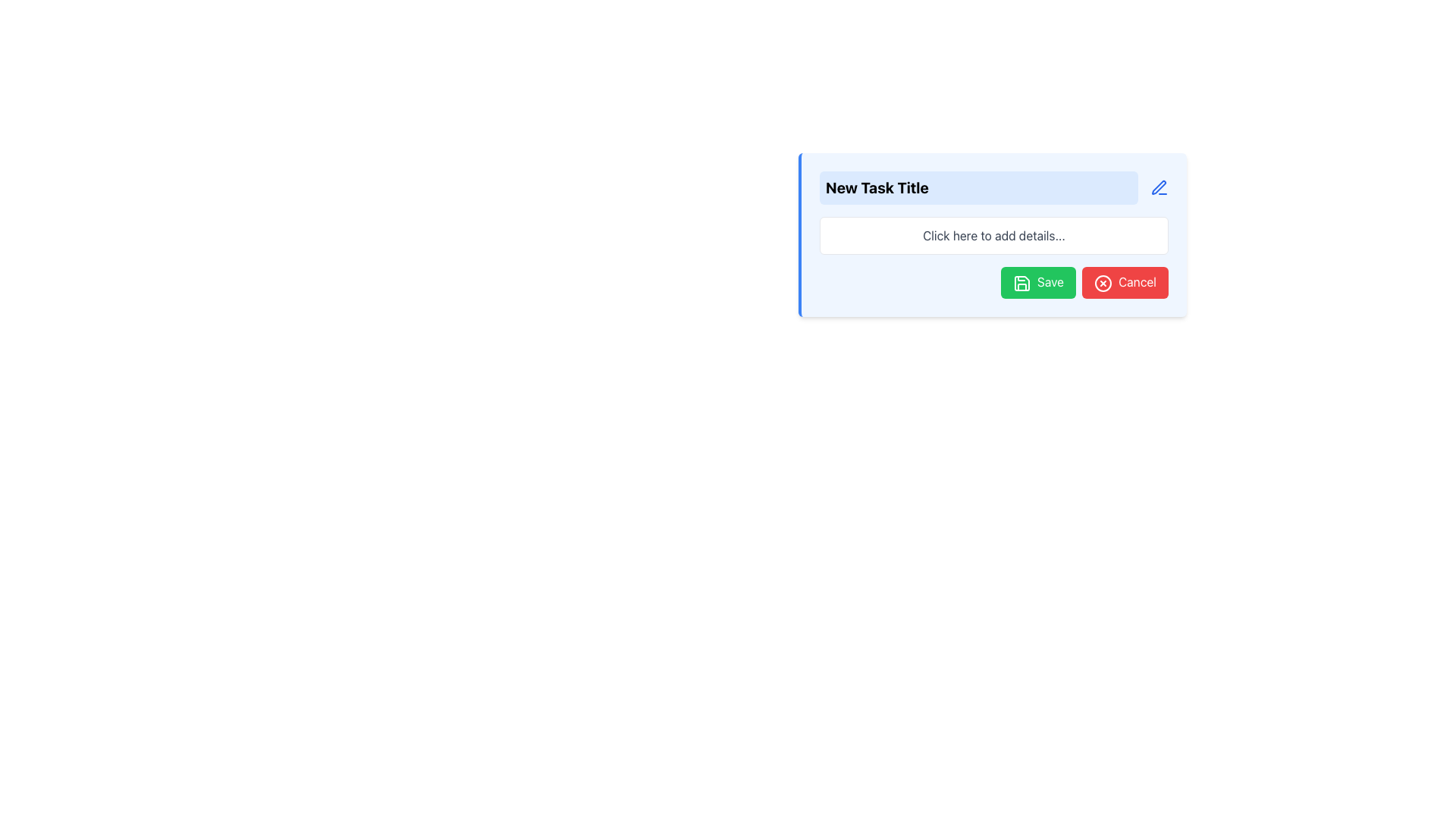  I want to click on the pen icon located in the top-right corner of the box containing the text 'New Task Title', so click(1158, 187).